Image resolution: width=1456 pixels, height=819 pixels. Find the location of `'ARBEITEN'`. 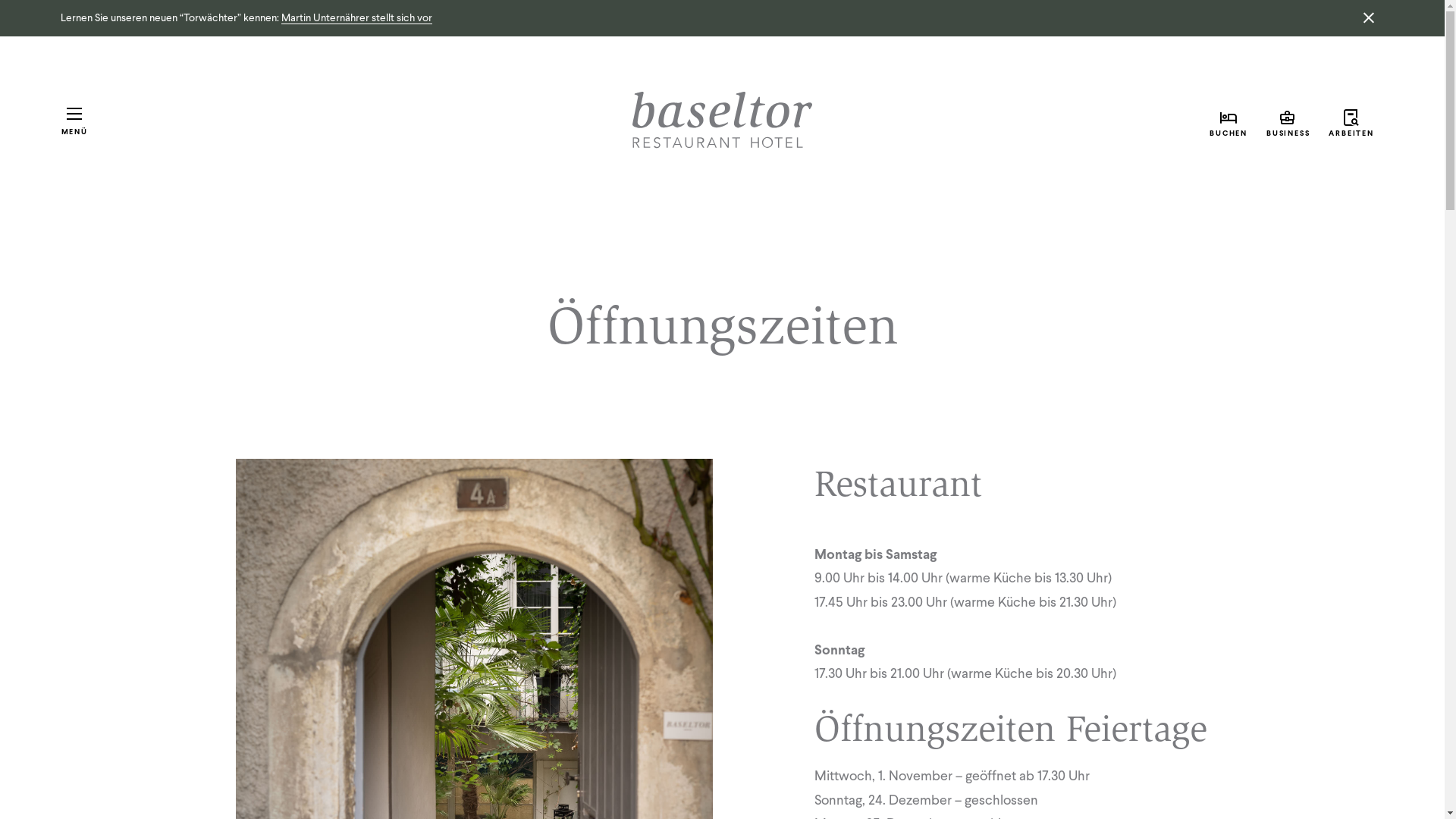

'ARBEITEN' is located at coordinates (1318, 120).